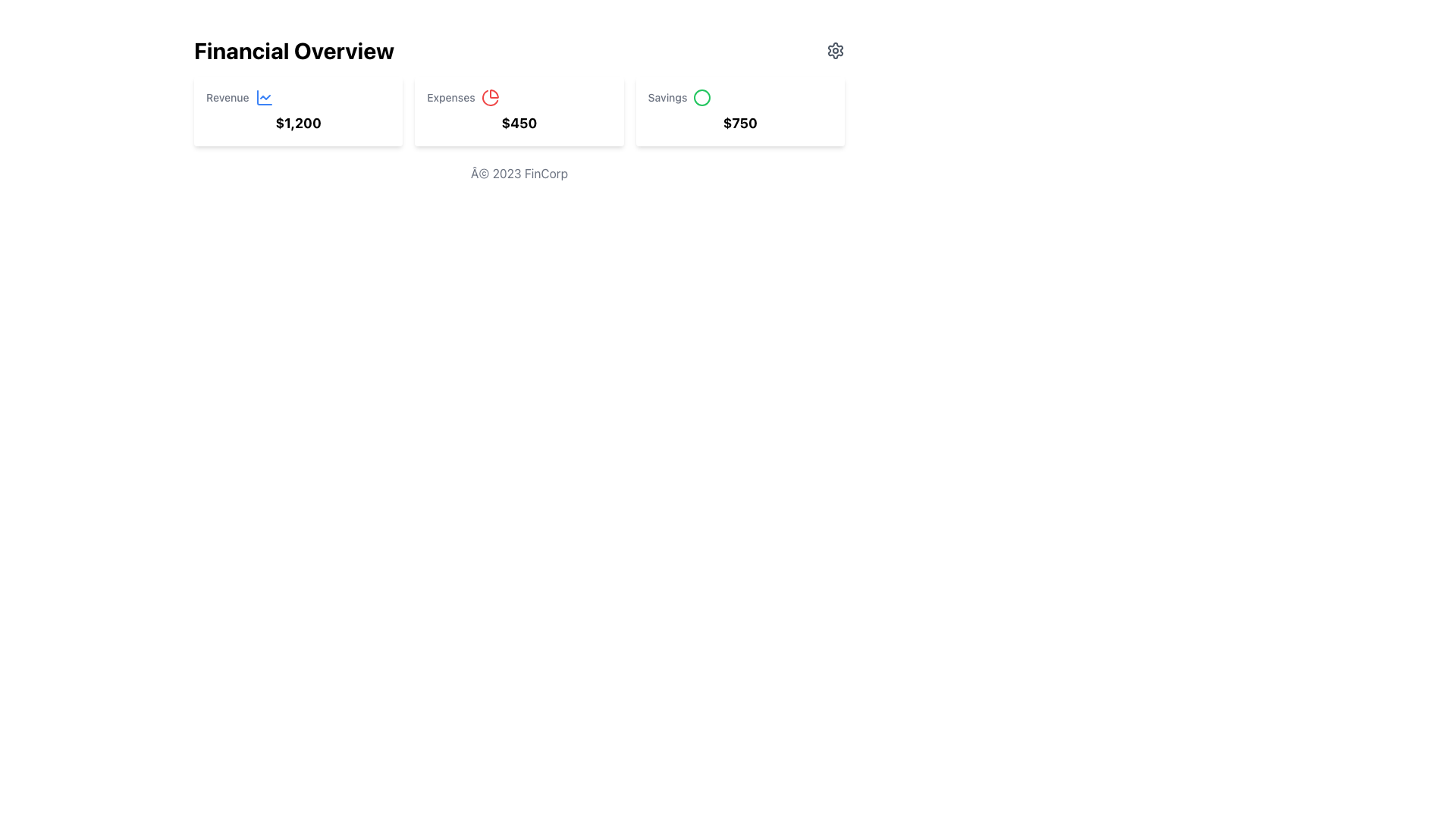 The image size is (1456, 819). What do you see at coordinates (519, 110) in the screenshot?
I see `the Information Card displaying the title 'Expenses' and the value '$450', which is the second card in a three-column layout` at bounding box center [519, 110].